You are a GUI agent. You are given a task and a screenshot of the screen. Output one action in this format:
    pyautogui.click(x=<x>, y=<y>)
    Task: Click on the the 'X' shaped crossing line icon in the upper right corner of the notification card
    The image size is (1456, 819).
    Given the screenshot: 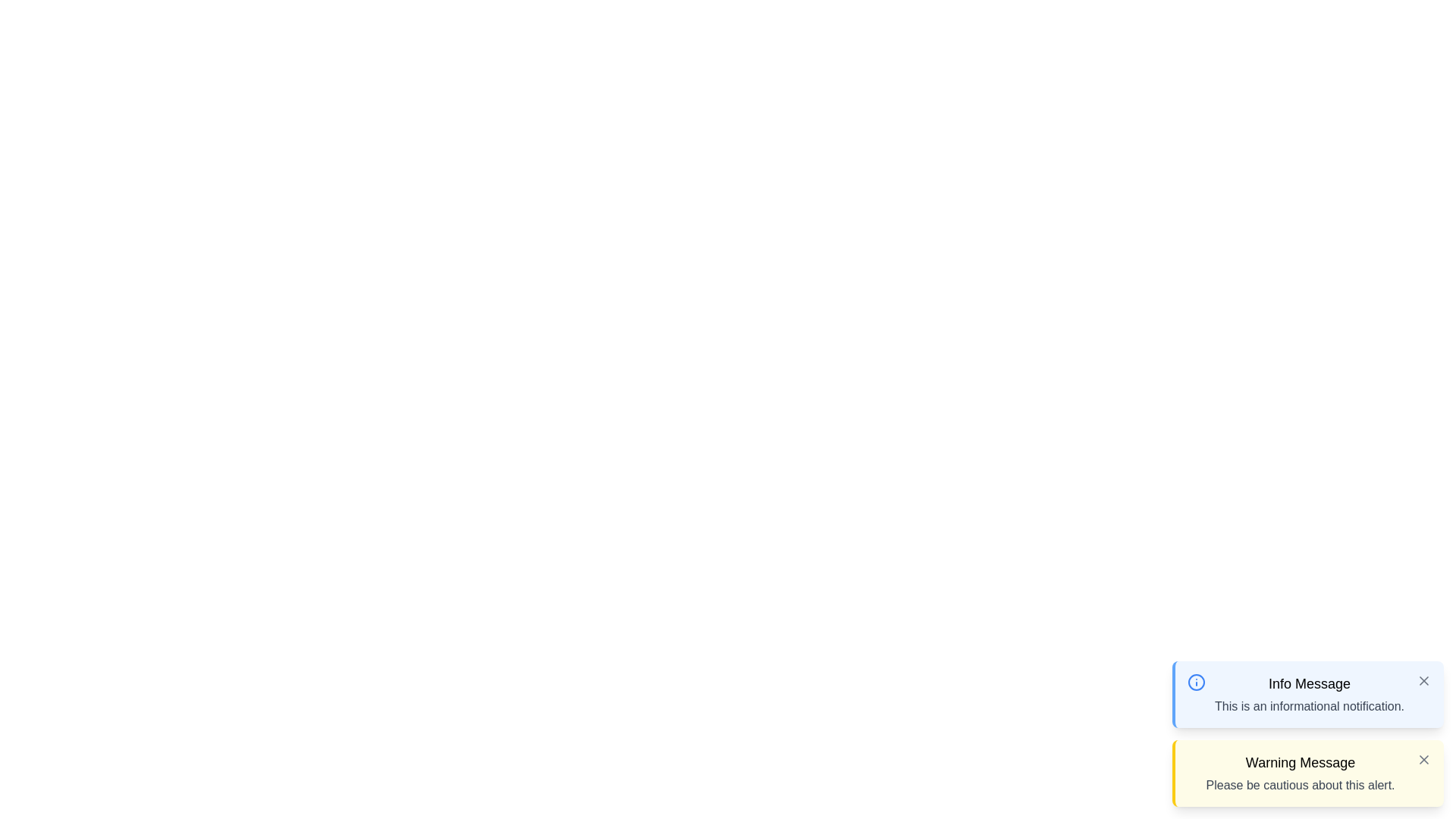 What is the action you would take?
    pyautogui.click(x=1423, y=680)
    